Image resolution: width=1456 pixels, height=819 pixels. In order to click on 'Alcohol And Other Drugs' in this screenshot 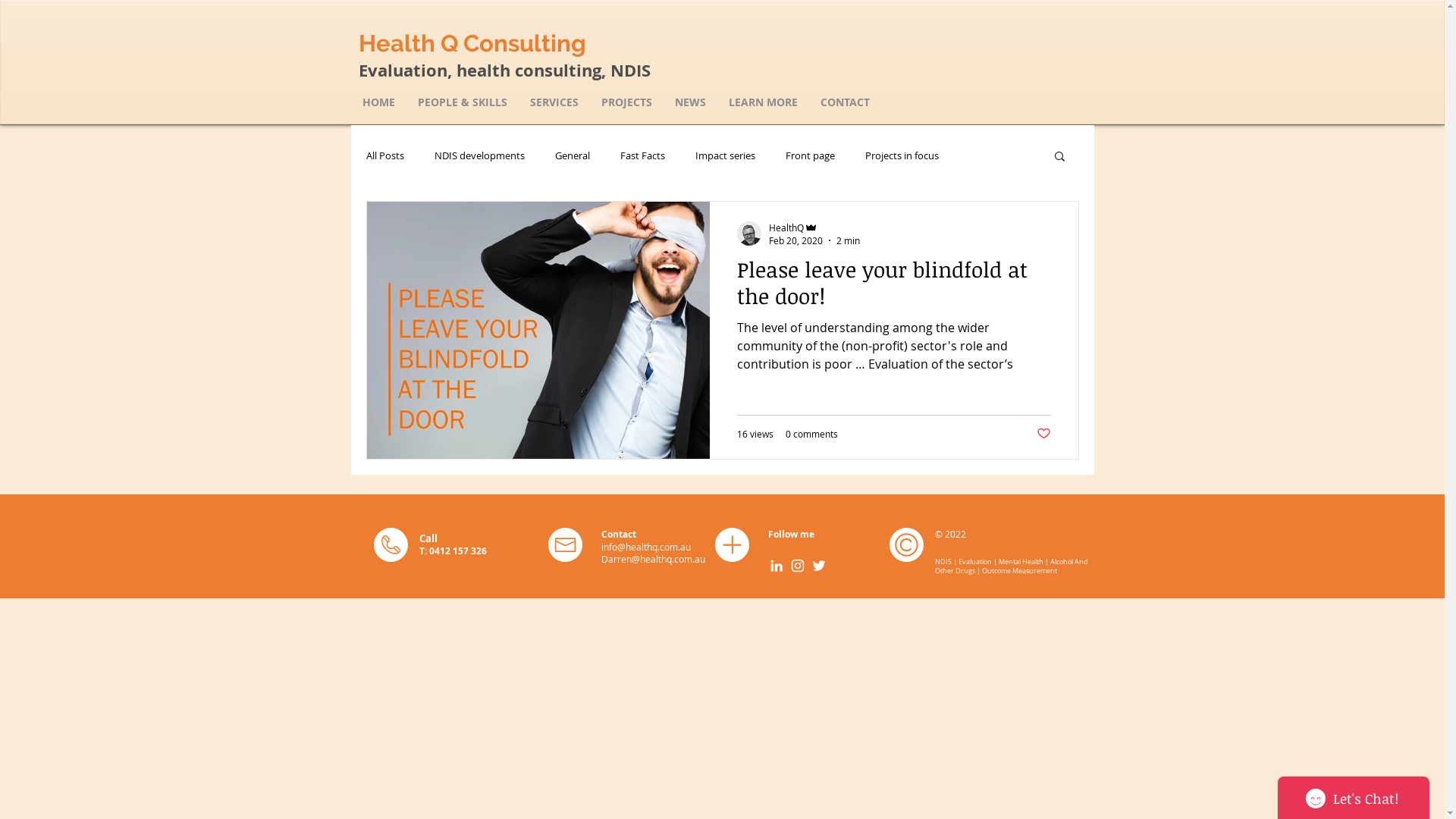, I will do `click(934, 565)`.